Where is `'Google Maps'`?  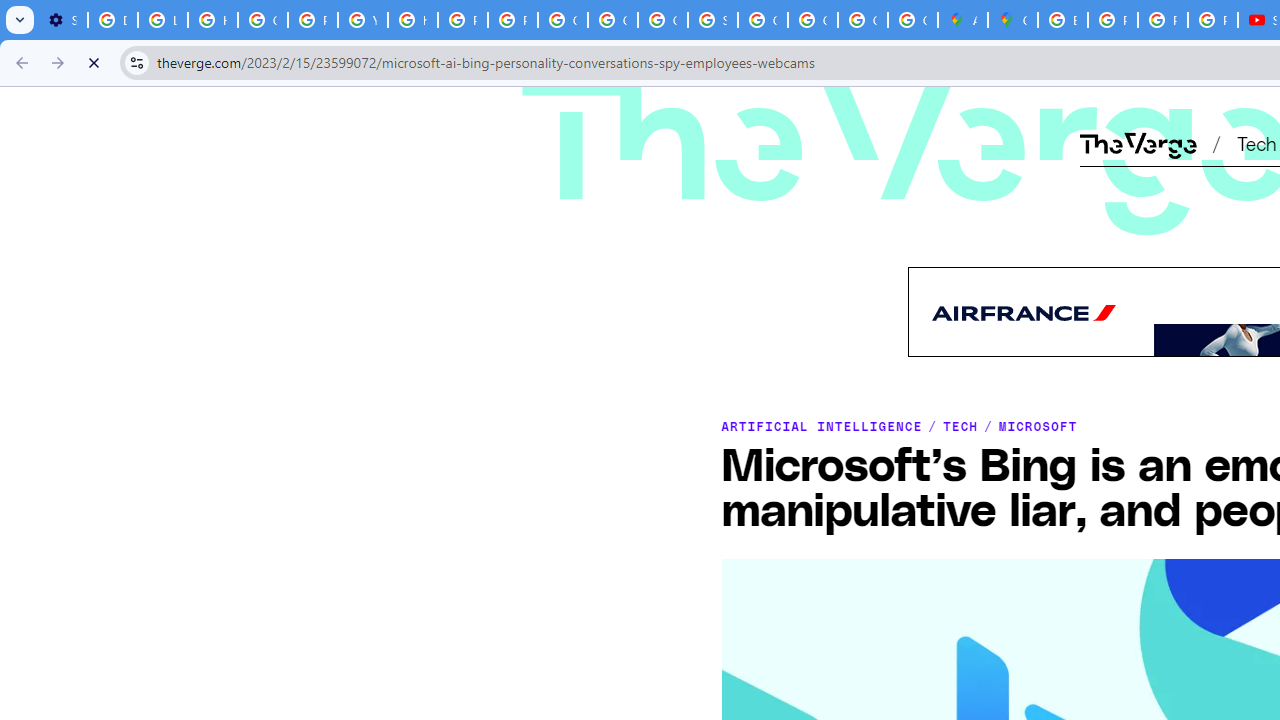 'Google Maps' is located at coordinates (1013, 20).